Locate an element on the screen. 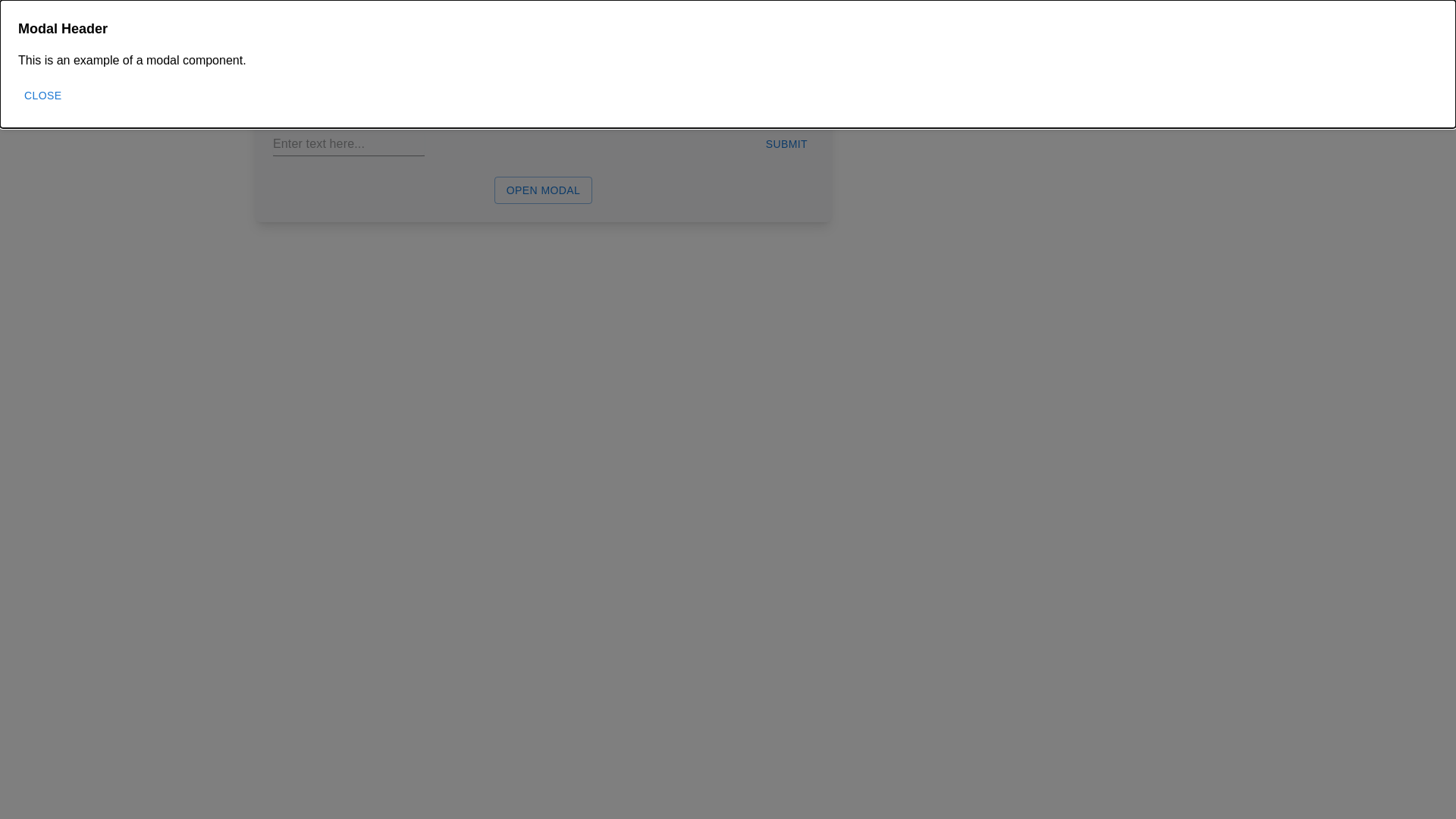 The image size is (1456, 819). the 'Open Modal' button with rounded edges located below the input field is located at coordinates (543, 180).